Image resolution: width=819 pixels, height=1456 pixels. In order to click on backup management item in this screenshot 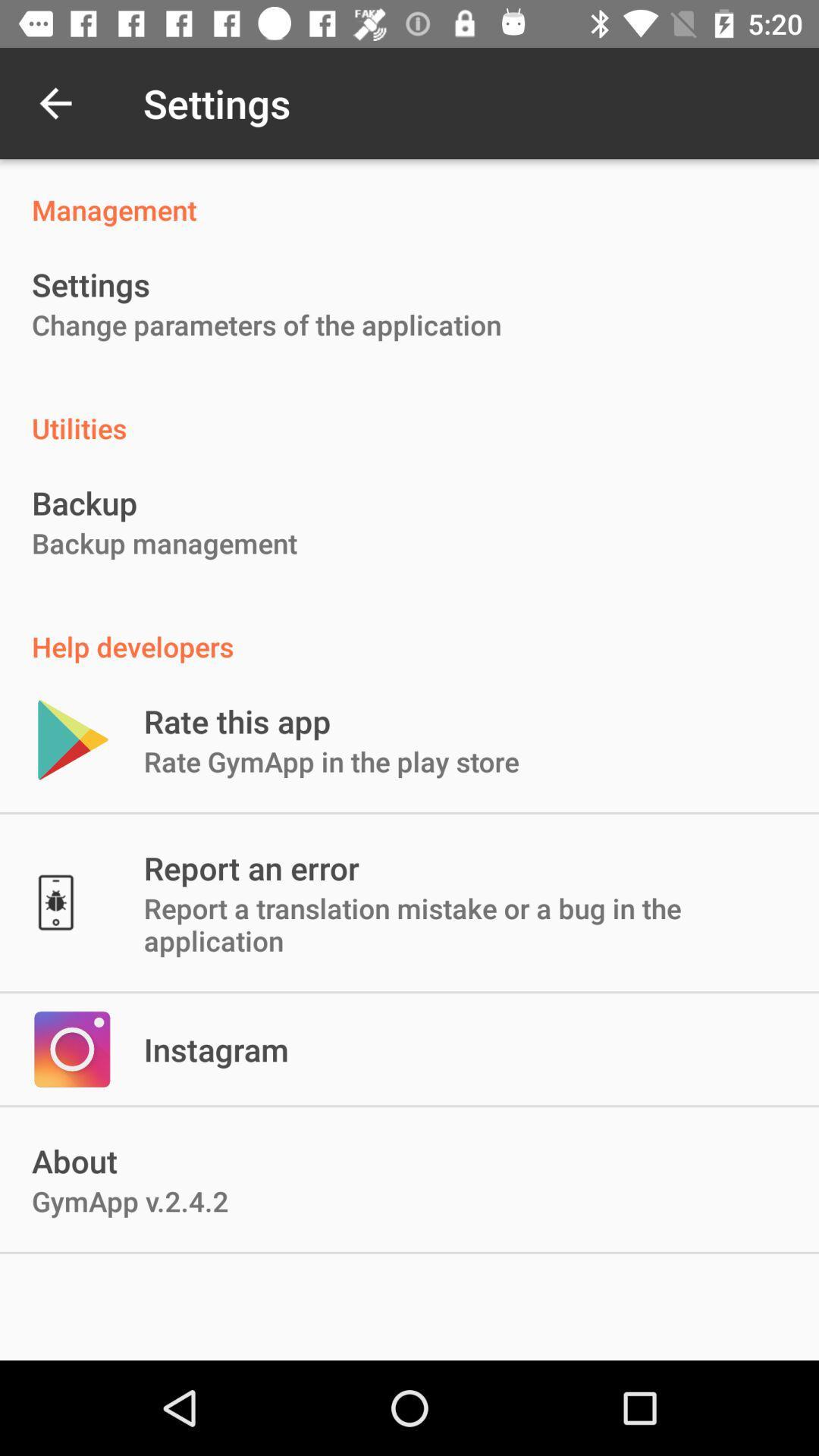, I will do `click(165, 543)`.